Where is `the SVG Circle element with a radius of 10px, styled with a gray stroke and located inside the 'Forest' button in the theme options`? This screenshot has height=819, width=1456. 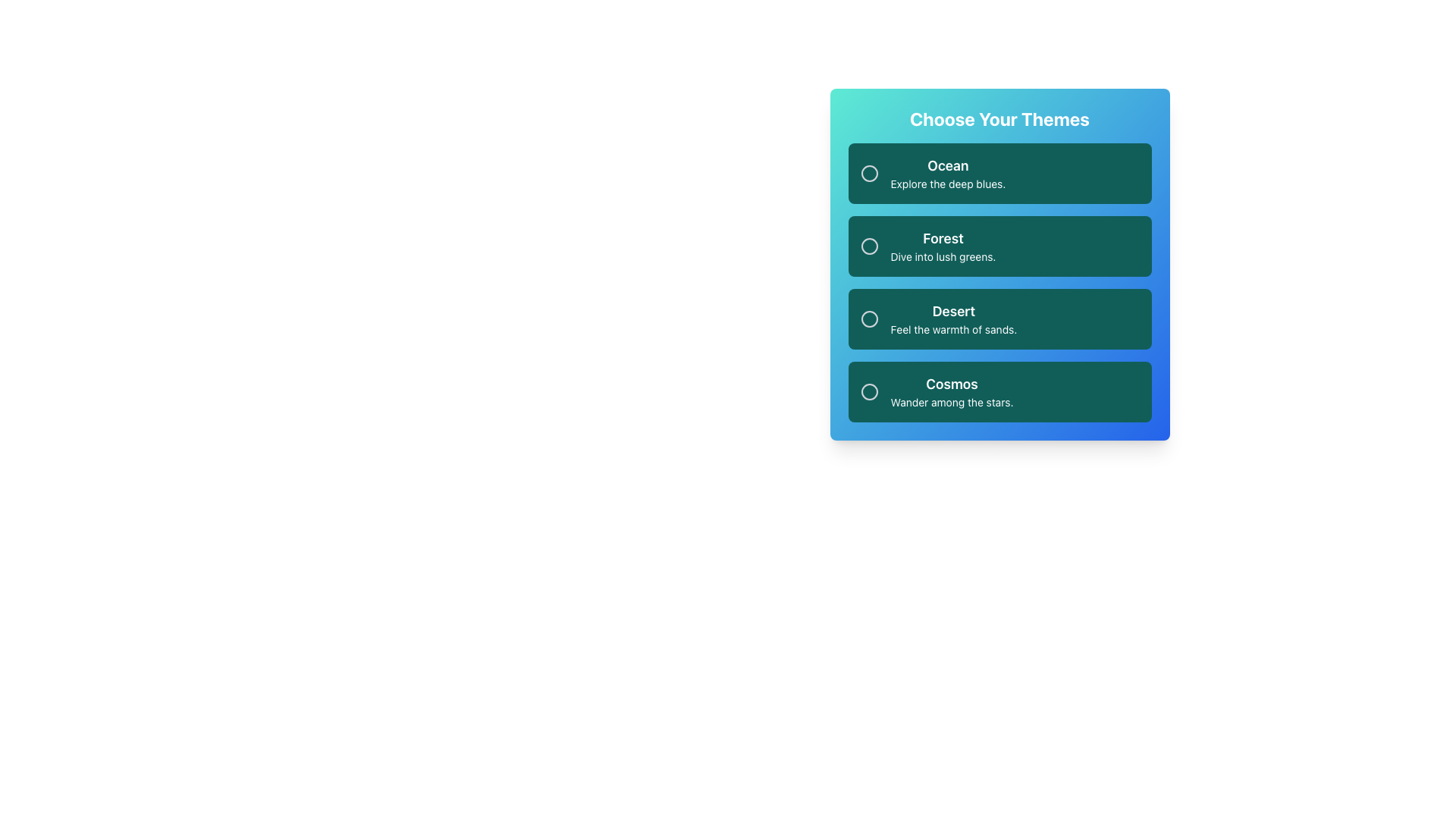
the SVG Circle element with a radius of 10px, styled with a gray stroke and located inside the 'Forest' button in the theme options is located at coordinates (869, 245).